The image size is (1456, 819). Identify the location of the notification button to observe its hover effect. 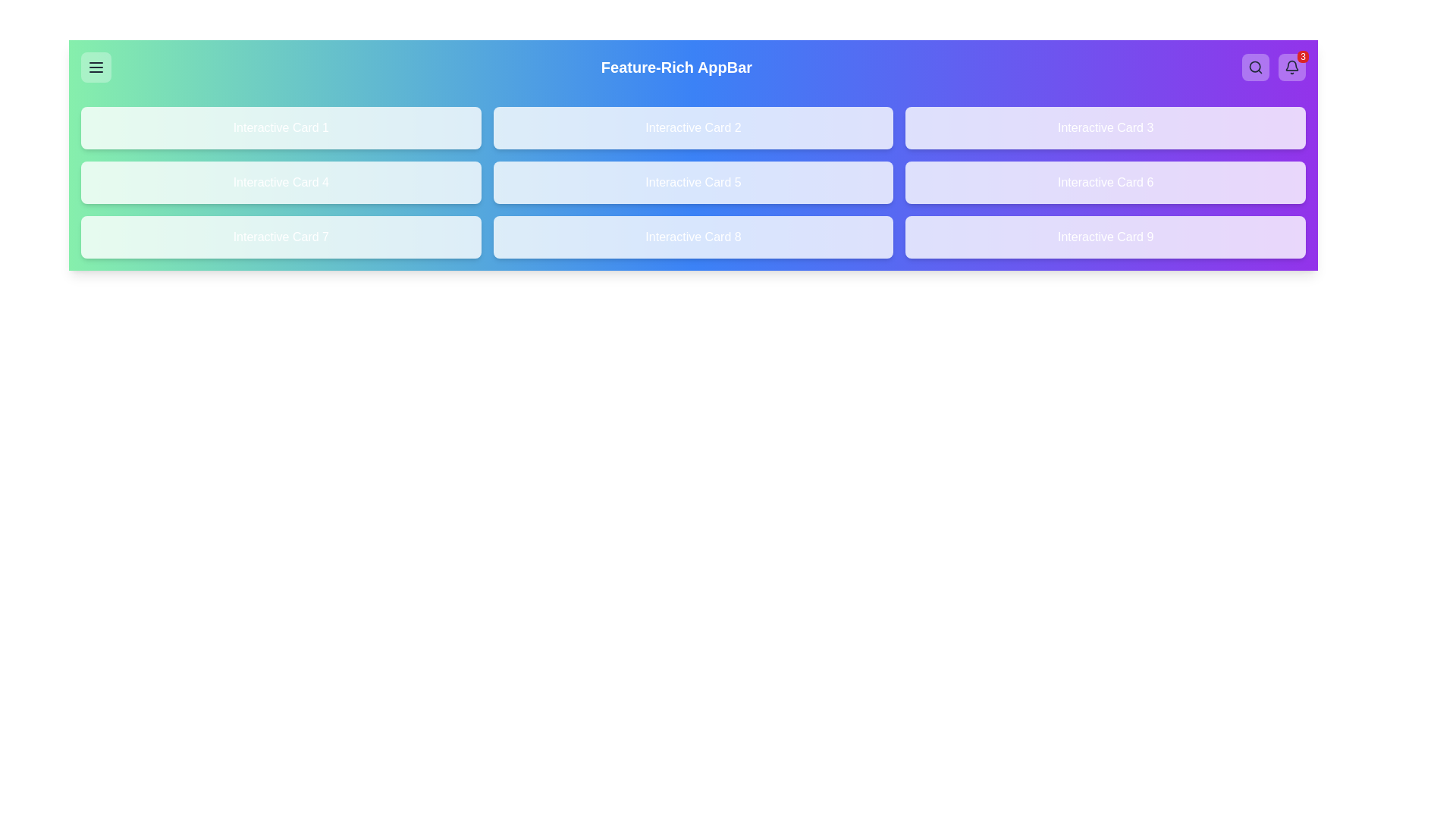
(1291, 66).